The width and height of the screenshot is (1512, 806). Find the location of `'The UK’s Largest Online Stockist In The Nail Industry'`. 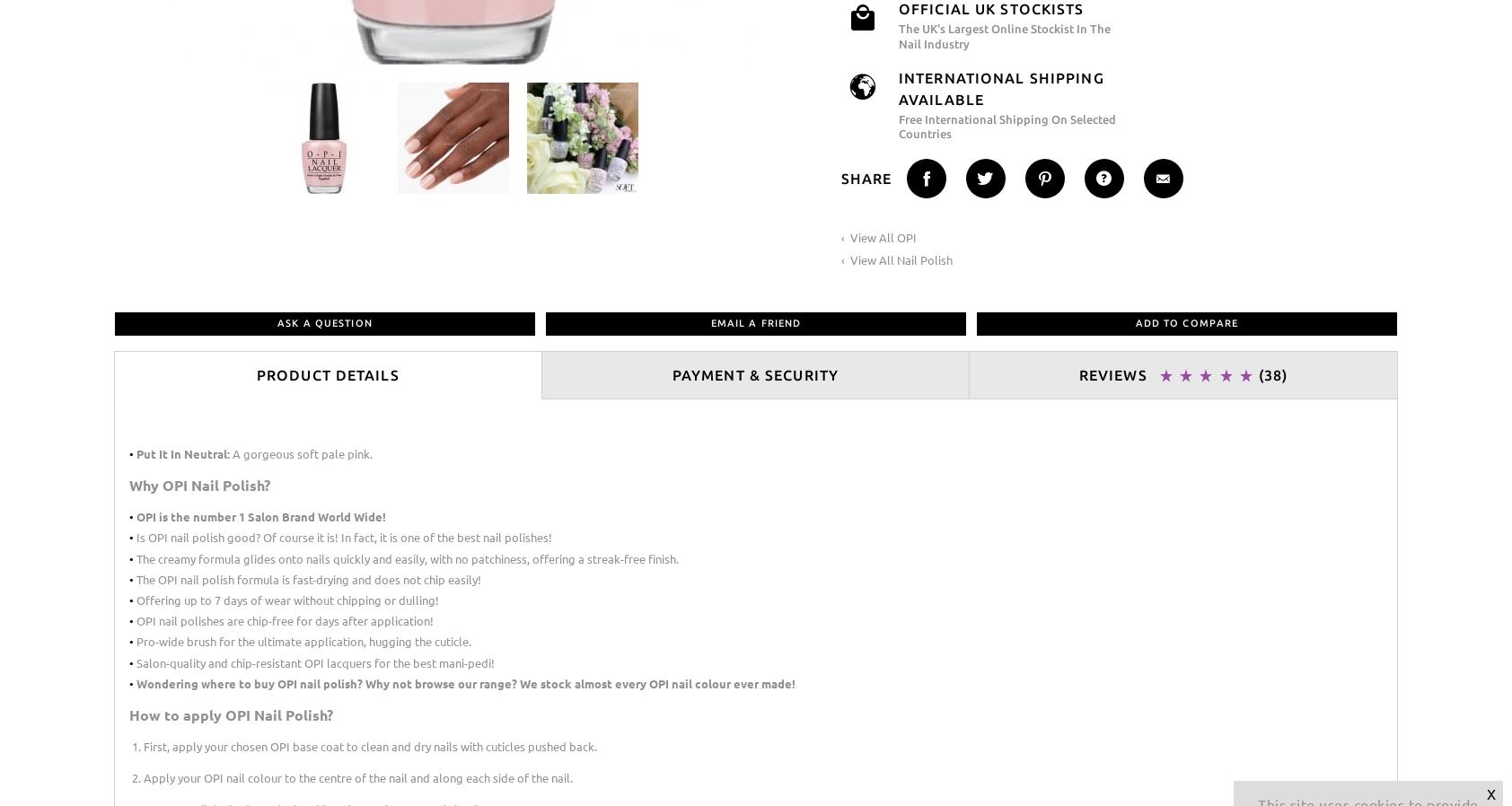

'The UK’s Largest Online Stockist In The Nail Industry' is located at coordinates (1005, 34).